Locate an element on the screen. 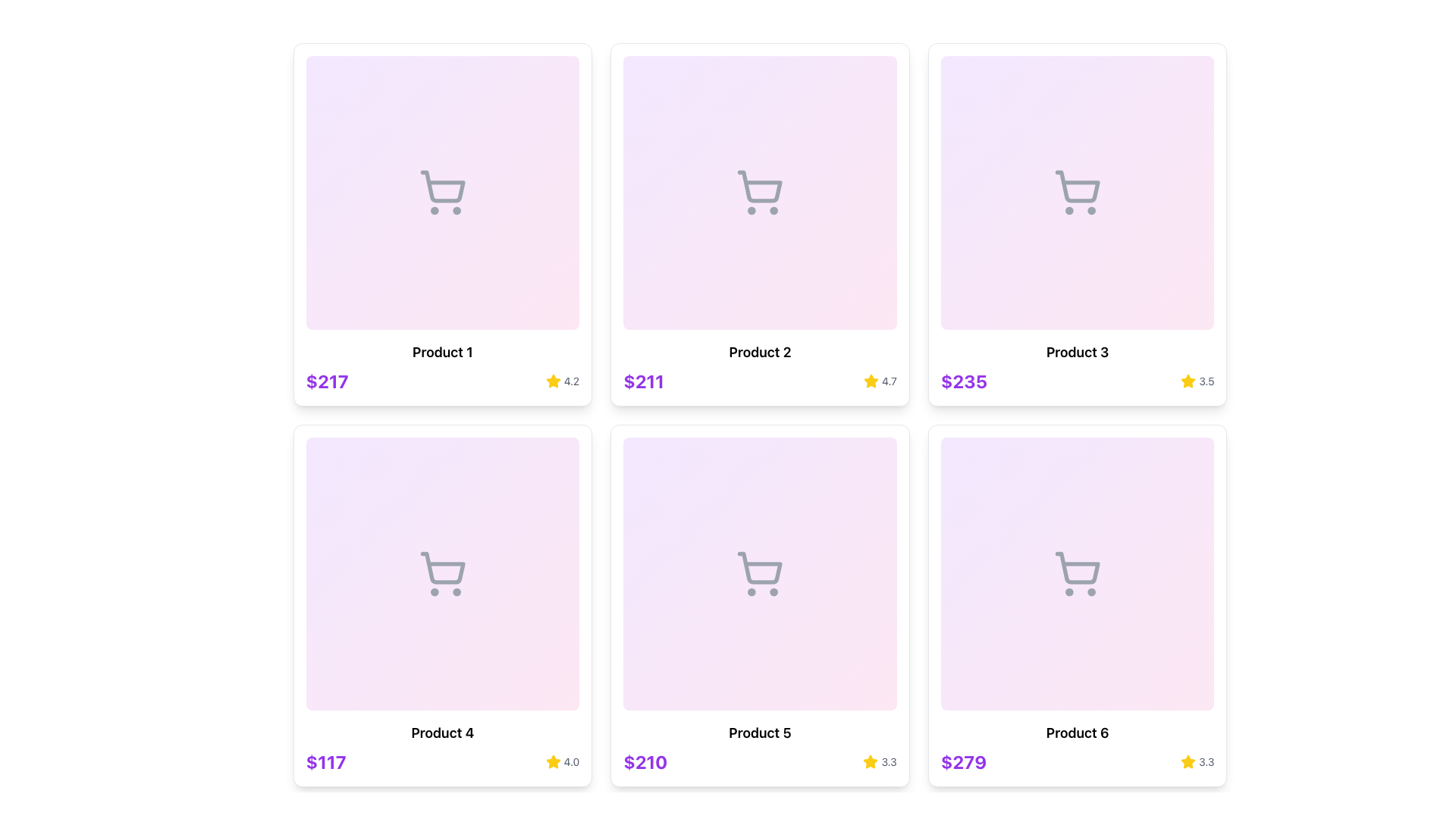 This screenshot has width=1456, height=819. the star icon representing the user rating for 'Product 6', located at the bottom-right corner of its card layout, before the textual rating value '3.3' is located at coordinates (1188, 762).